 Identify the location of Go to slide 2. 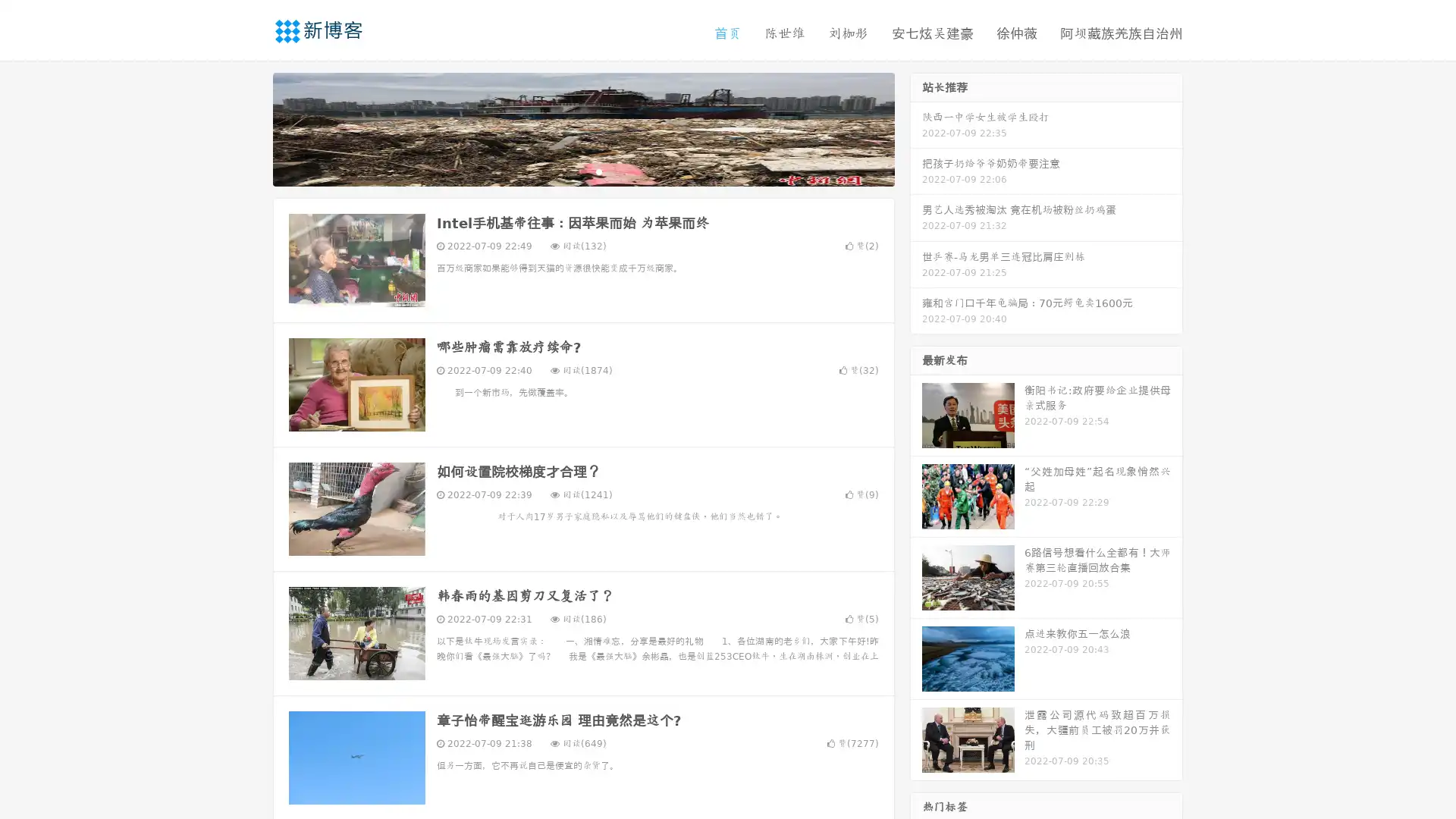
(582, 171).